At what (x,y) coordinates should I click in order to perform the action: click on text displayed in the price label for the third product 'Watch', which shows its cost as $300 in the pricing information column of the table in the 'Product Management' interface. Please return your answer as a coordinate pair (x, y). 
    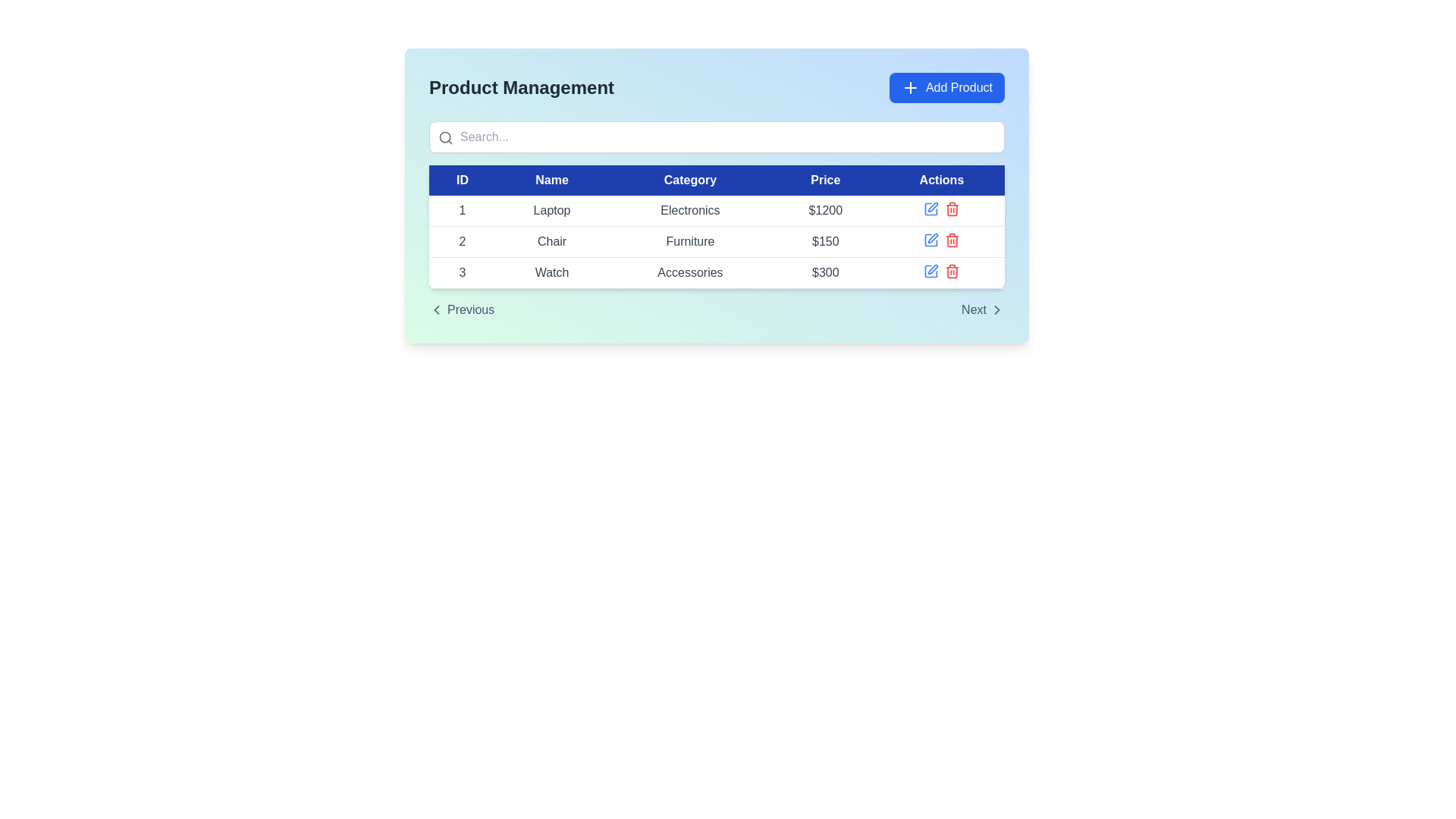
    Looking at the image, I should click on (824, 271).